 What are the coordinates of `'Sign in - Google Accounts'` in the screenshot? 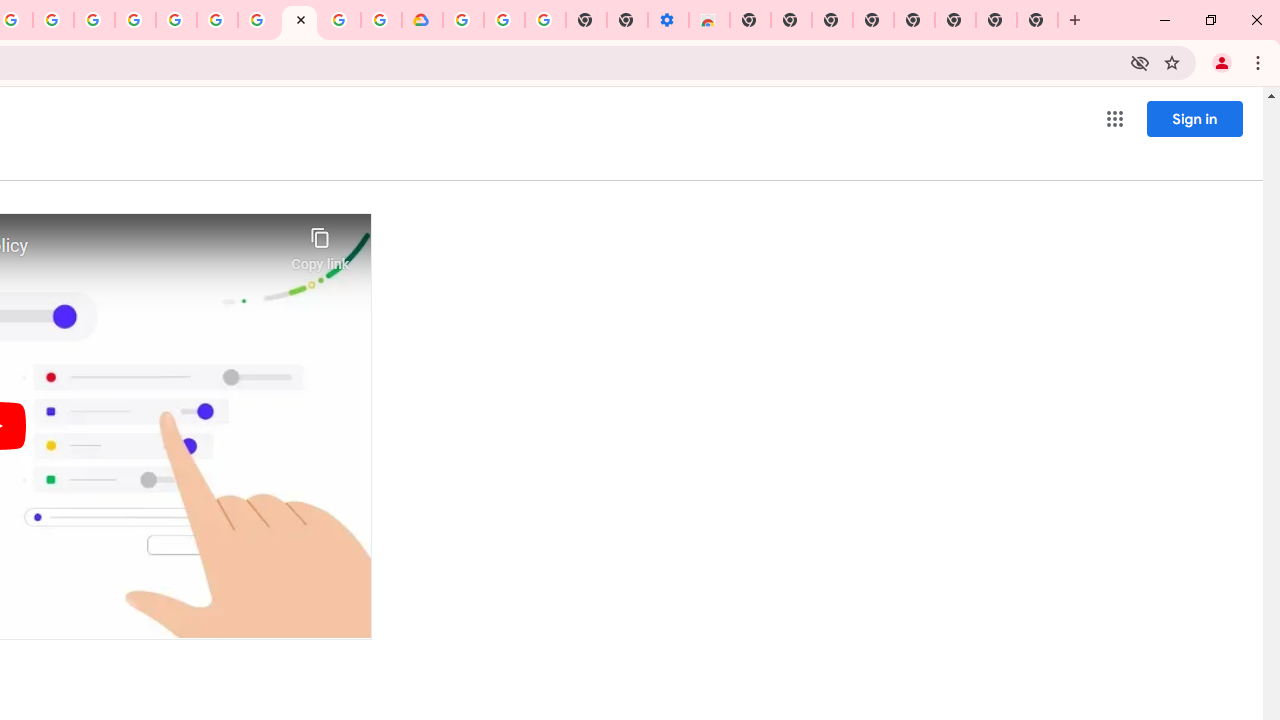 It's located at (462, 20).